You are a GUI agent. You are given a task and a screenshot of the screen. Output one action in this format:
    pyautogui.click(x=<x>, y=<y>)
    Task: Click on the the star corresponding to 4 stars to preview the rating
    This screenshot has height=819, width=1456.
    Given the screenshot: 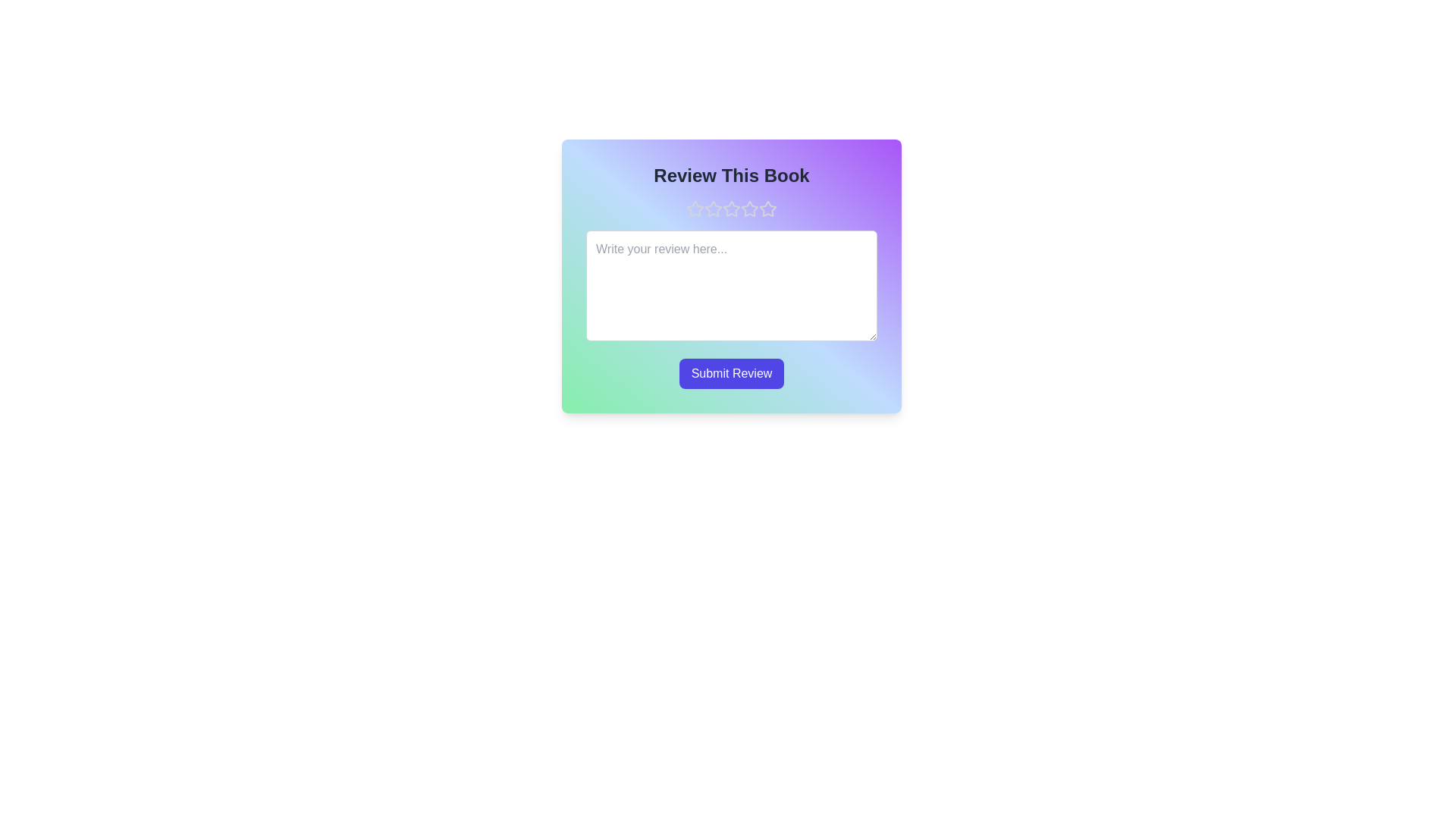 What is the action you would take?
    pyautogui.click(x=749, y=209)
    